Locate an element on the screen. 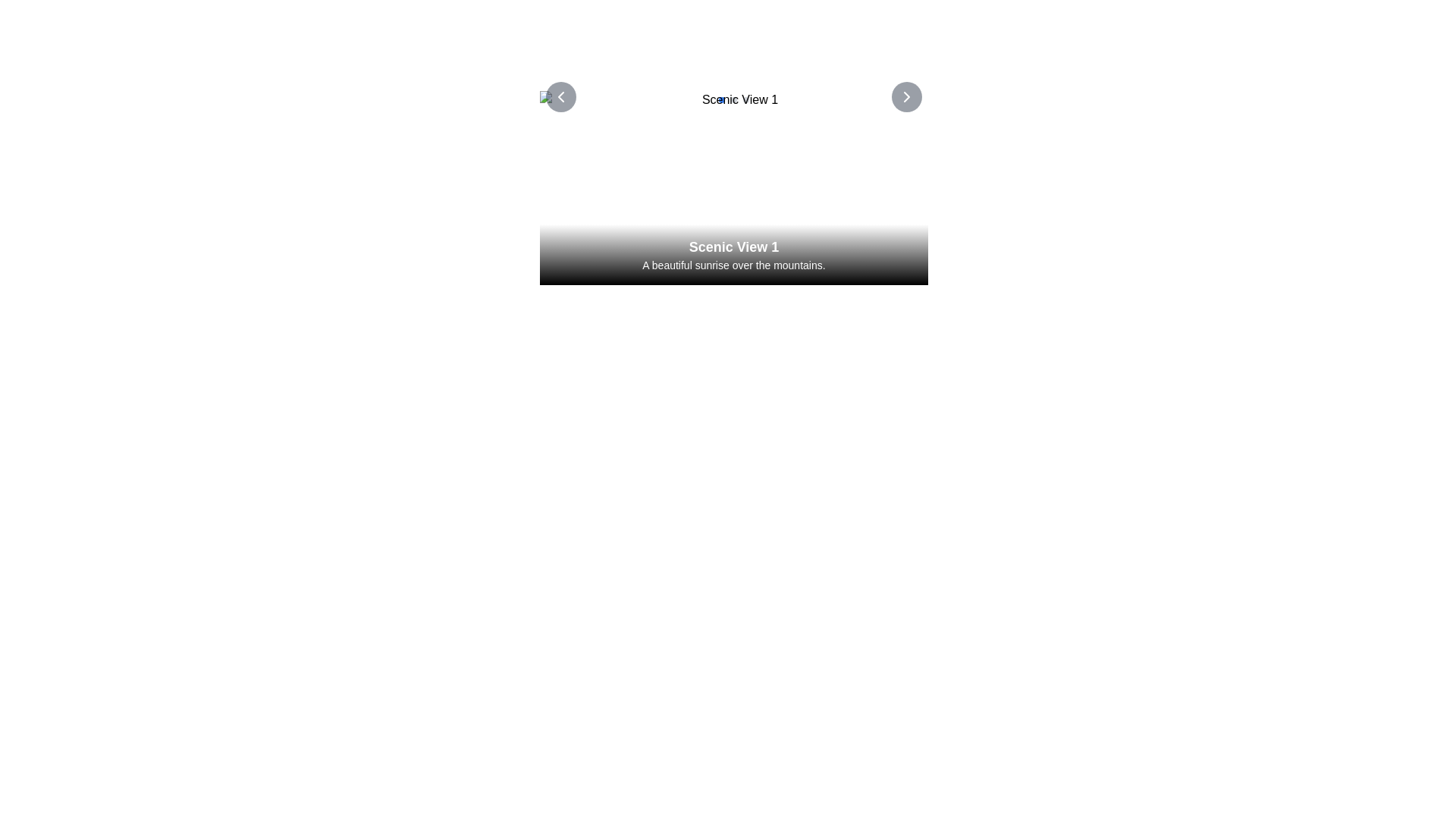 The image size is (1456, 819). the right-facing arrow icon within the circular button is located at coordinates (906, 96).